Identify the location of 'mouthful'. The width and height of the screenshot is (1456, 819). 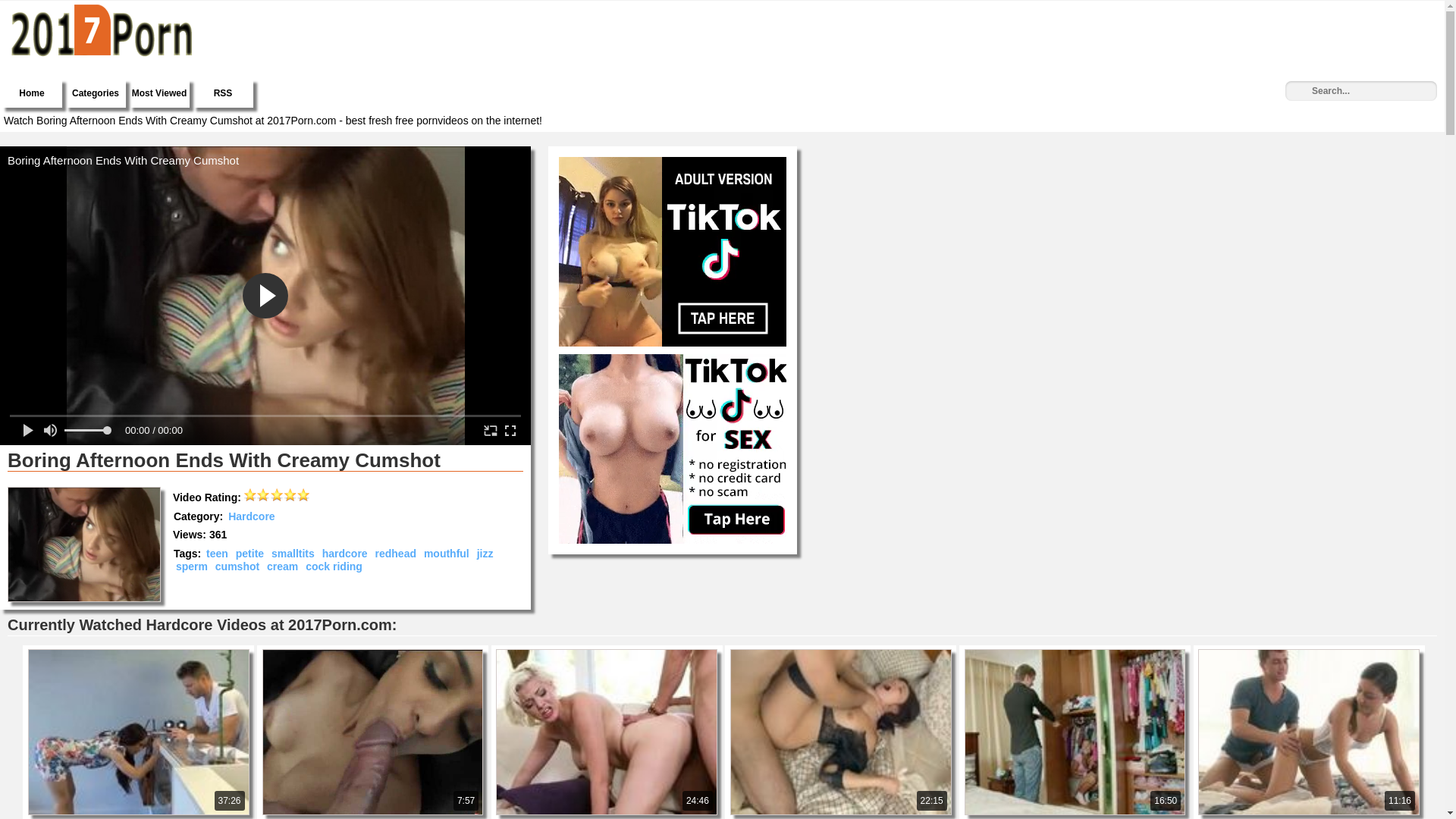
(446, 553).